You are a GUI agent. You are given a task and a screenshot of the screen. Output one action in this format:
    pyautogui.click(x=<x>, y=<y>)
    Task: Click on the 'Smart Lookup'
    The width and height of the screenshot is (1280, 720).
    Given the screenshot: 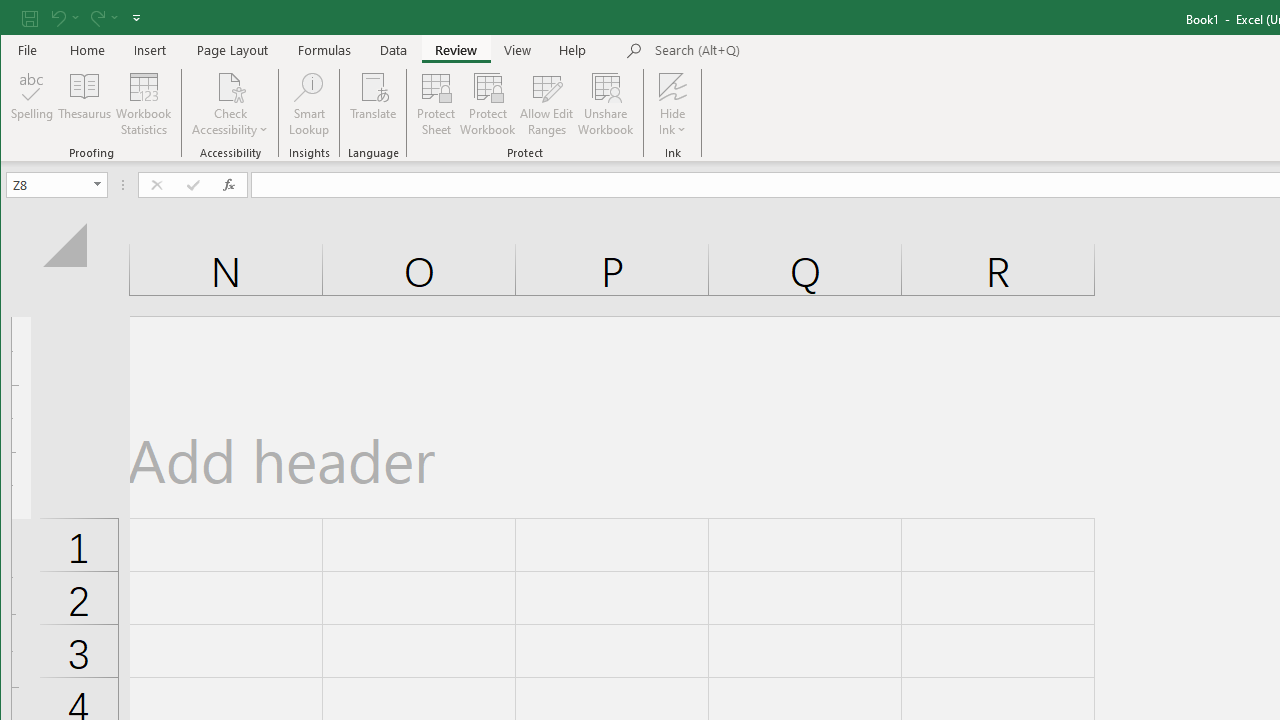 What is the action you would take?
    pyautogui.click(x=308, y=104)
    